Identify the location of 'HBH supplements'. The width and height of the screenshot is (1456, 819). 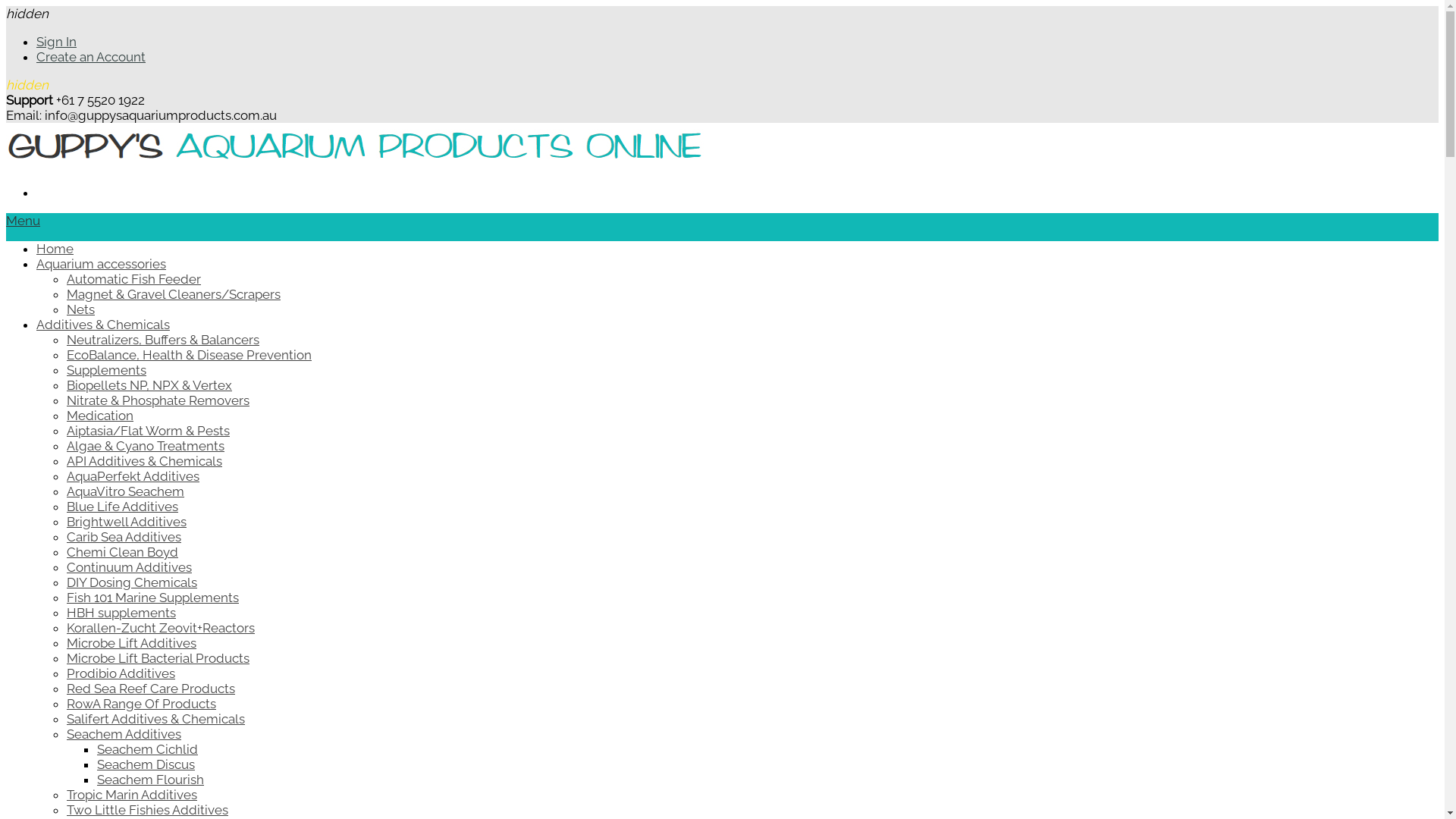
(120, 611).